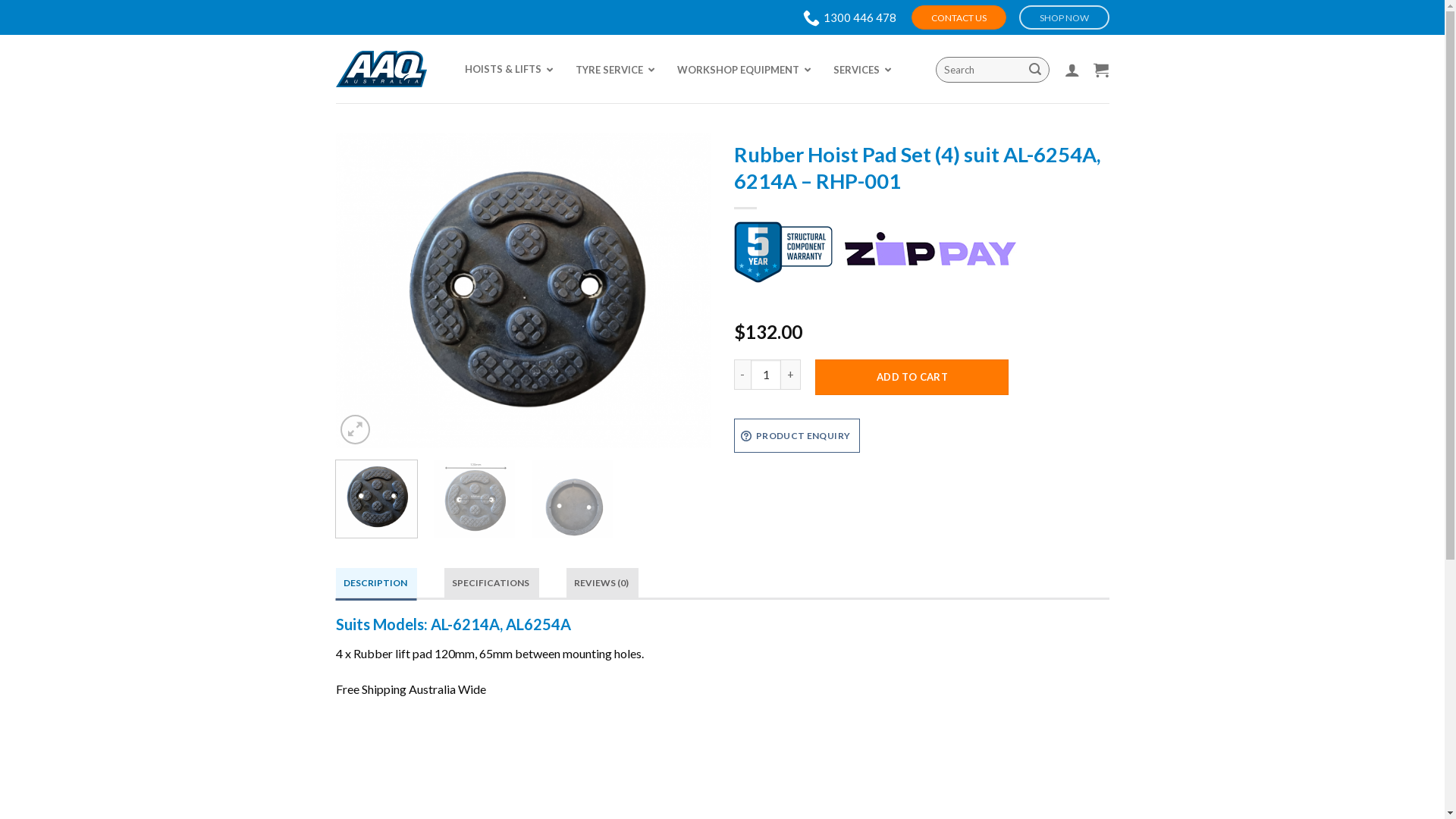 Image resolution: width=1456 pixels, height=819 pixels. Describe the element at coordinates (447, 70) in the screenshot. I see `'HOISTS & LIFTS'` at that location.